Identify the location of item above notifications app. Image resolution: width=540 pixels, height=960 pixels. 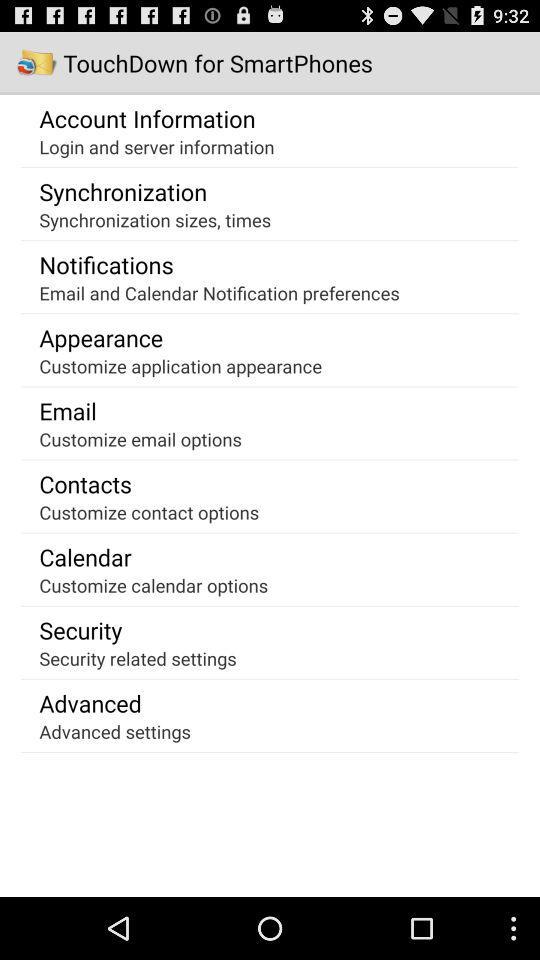
(154, 219).